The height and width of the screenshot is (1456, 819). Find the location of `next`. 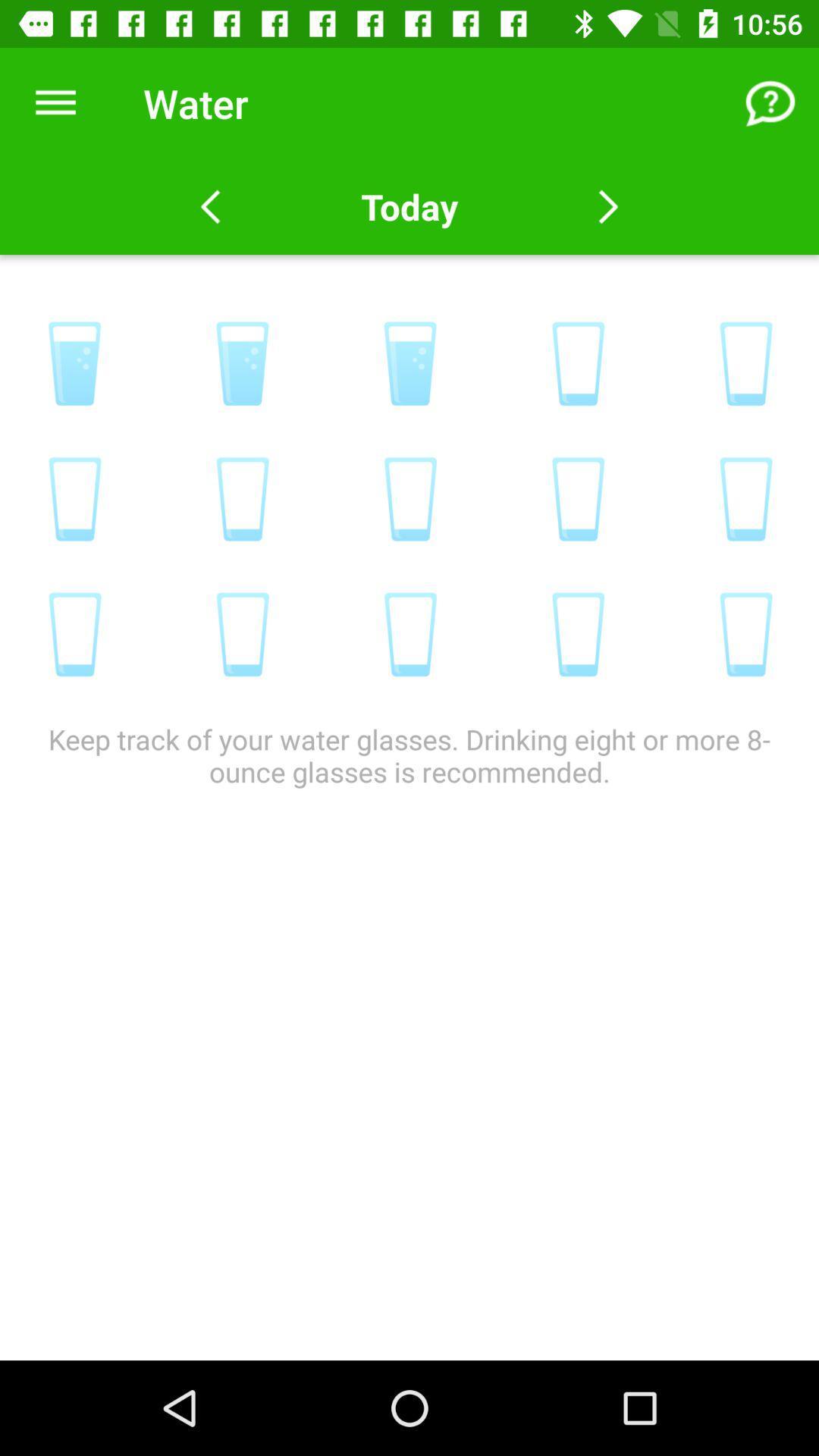

next is located at coordinates (607, 206).